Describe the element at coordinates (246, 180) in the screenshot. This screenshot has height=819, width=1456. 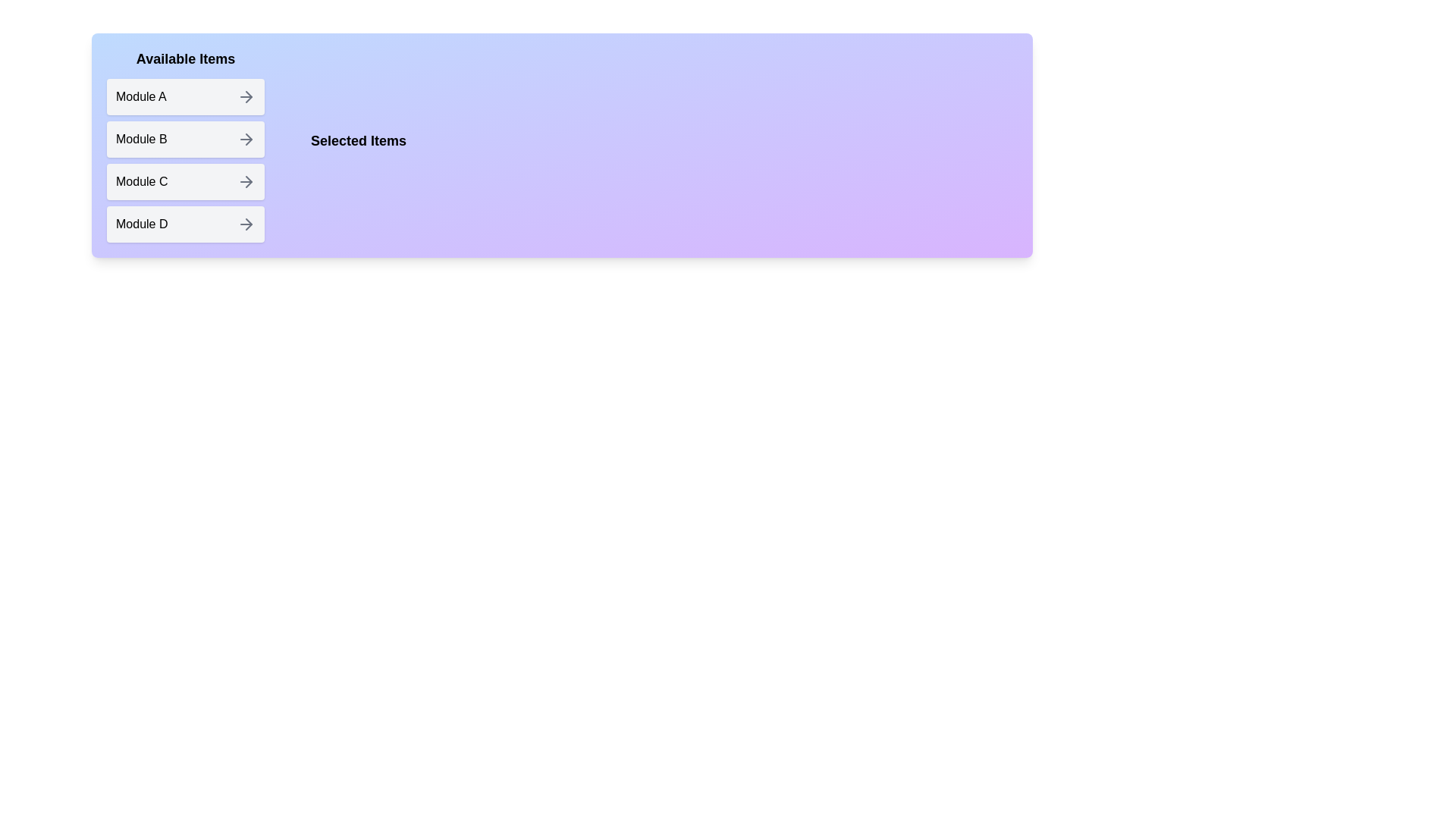
I see `arrow button next to the item Module C in the 'Available Items' list to transfer it to the 'Selected Items' list` at that location.